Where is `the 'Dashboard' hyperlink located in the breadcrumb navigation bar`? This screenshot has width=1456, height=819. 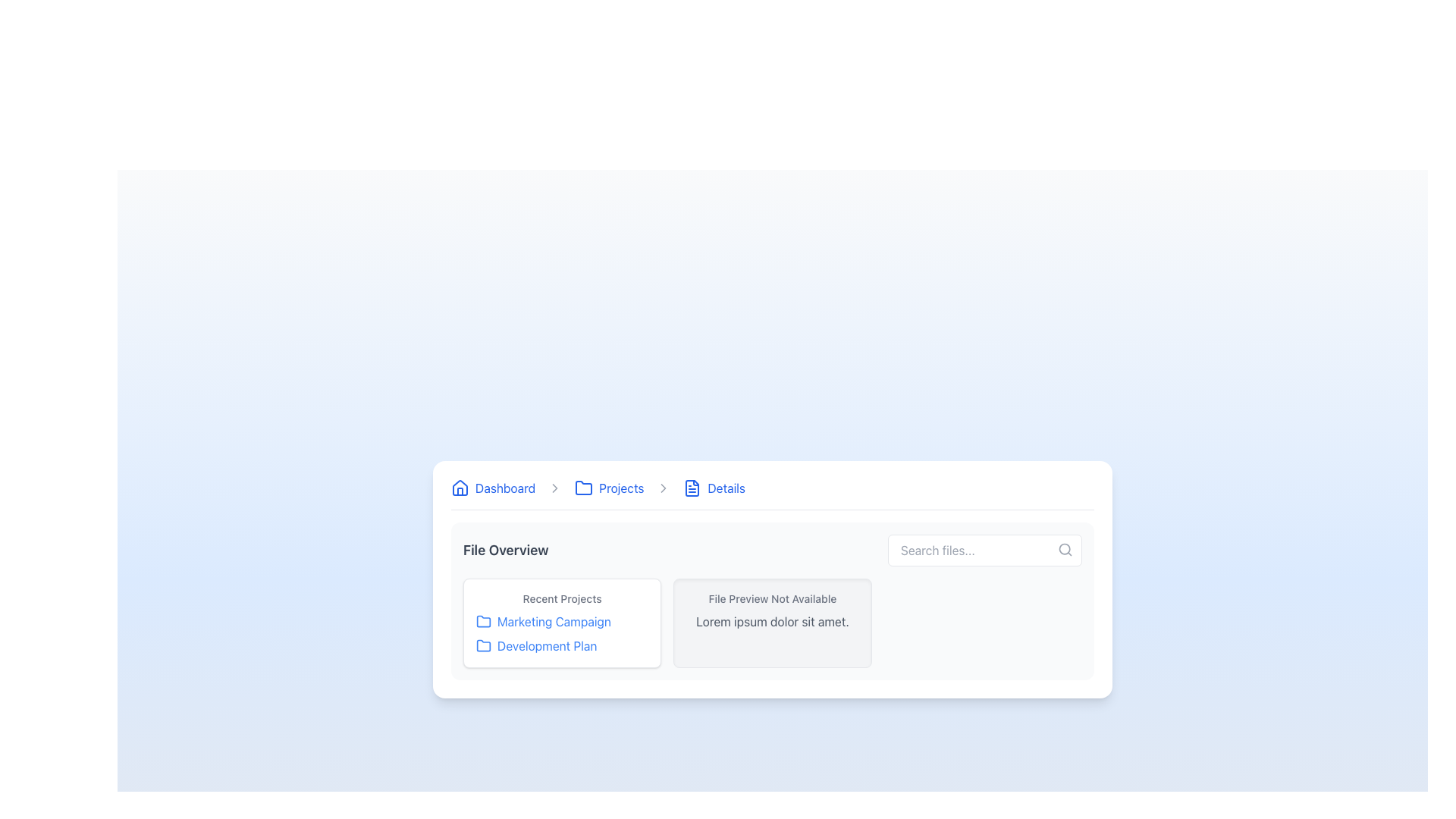 the 'Dashboard' hyperlink located in the breadcrumb navigation bar is located at coordinates (505, 488).